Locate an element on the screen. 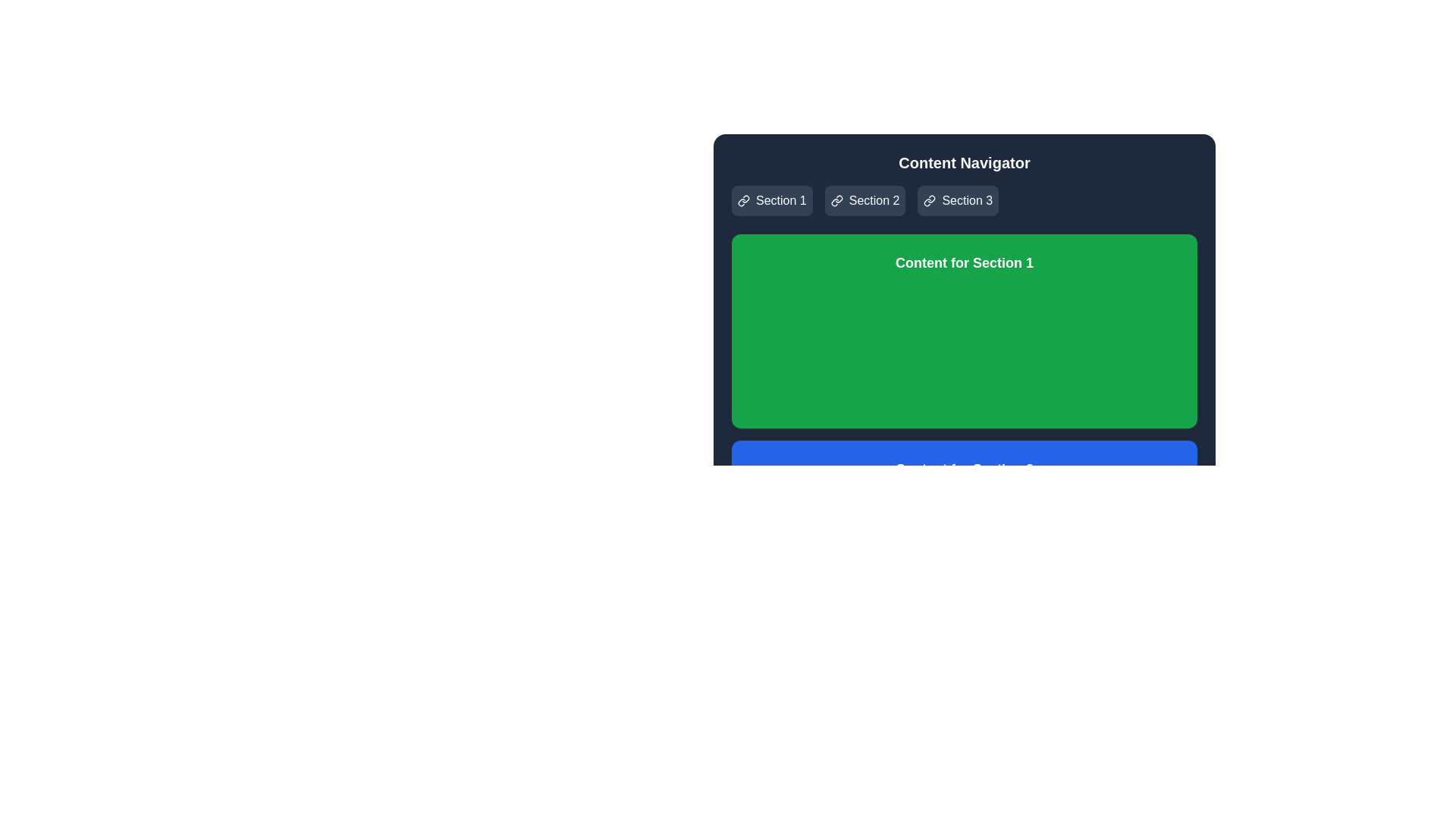 The height and width of the screenshot is (819, 1456). the 'Section 2' tab-like button with a link icon is located at coordinates (865, 200).